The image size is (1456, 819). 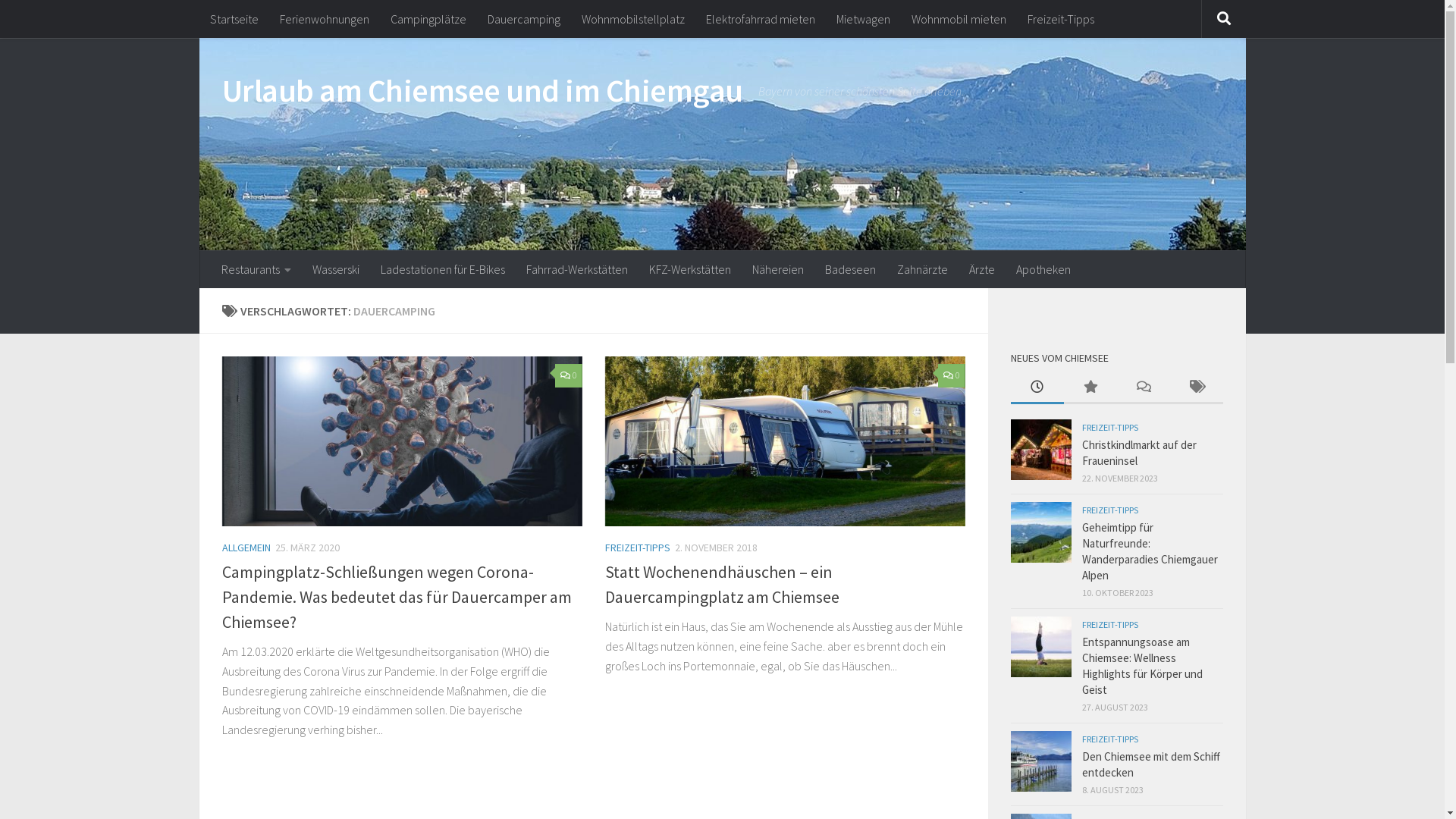 What do you see at coordinates (570, 18) in the screenshot?
I see `'Wohnmobilstellplatz'` at bounding box center [570, 18].